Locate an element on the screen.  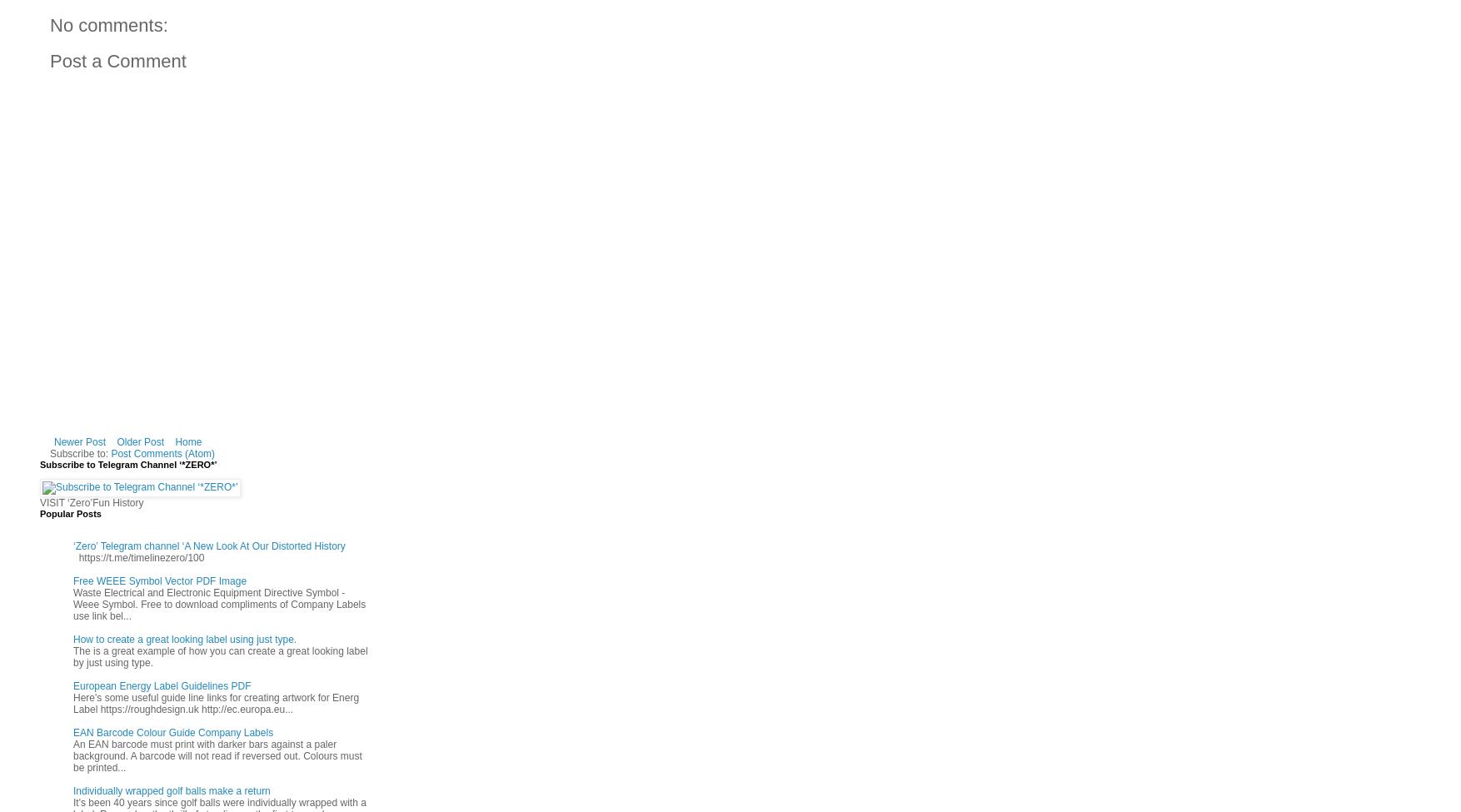
'Popular Posts' is located at coordinates (40, 513).